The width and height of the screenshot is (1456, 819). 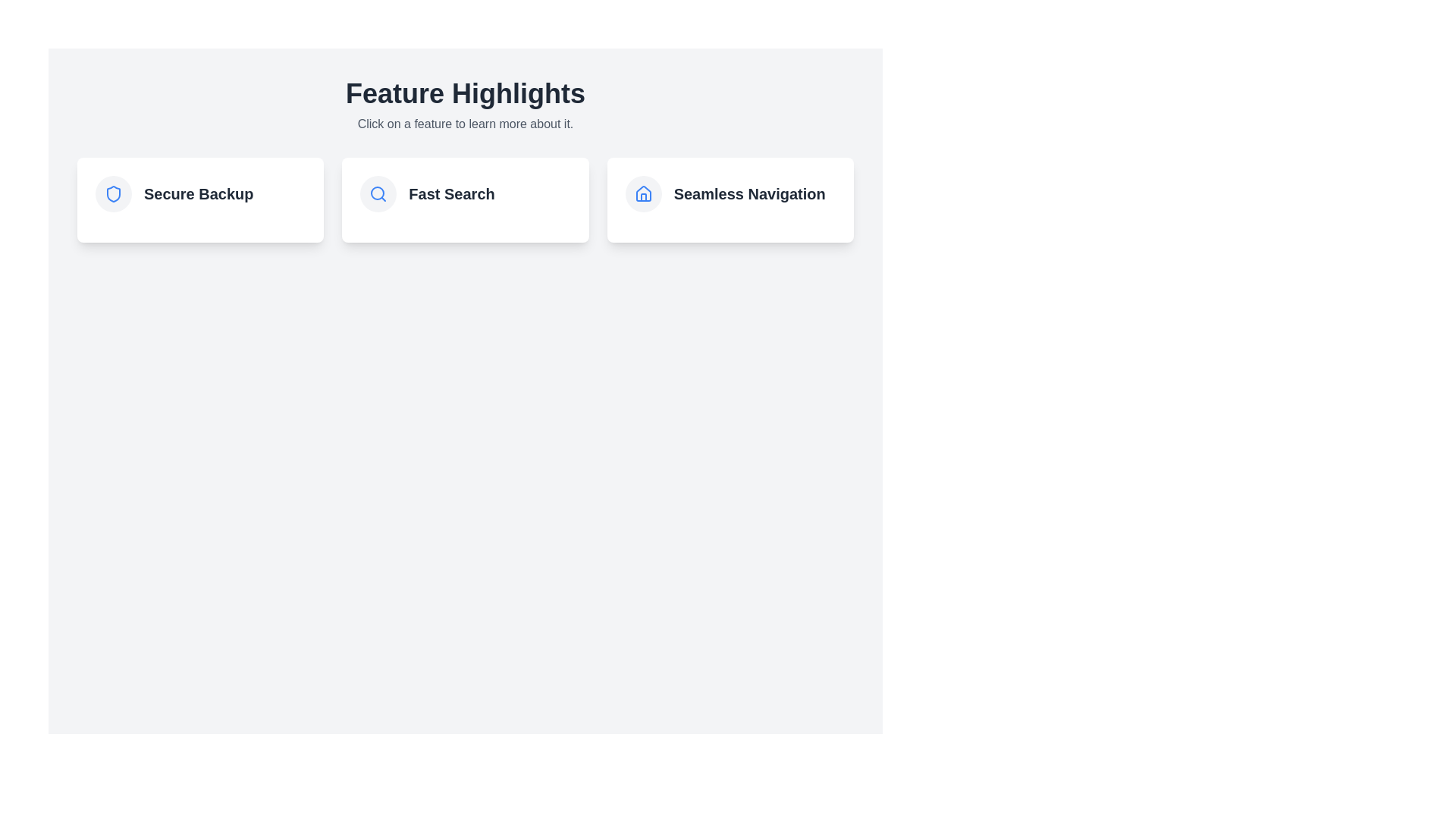 I want to click on the 'Secure Backup' feature card, which is the first card in the horizontal series of three cards under the title 'Feature Highlights', so click(x=199, y=193).